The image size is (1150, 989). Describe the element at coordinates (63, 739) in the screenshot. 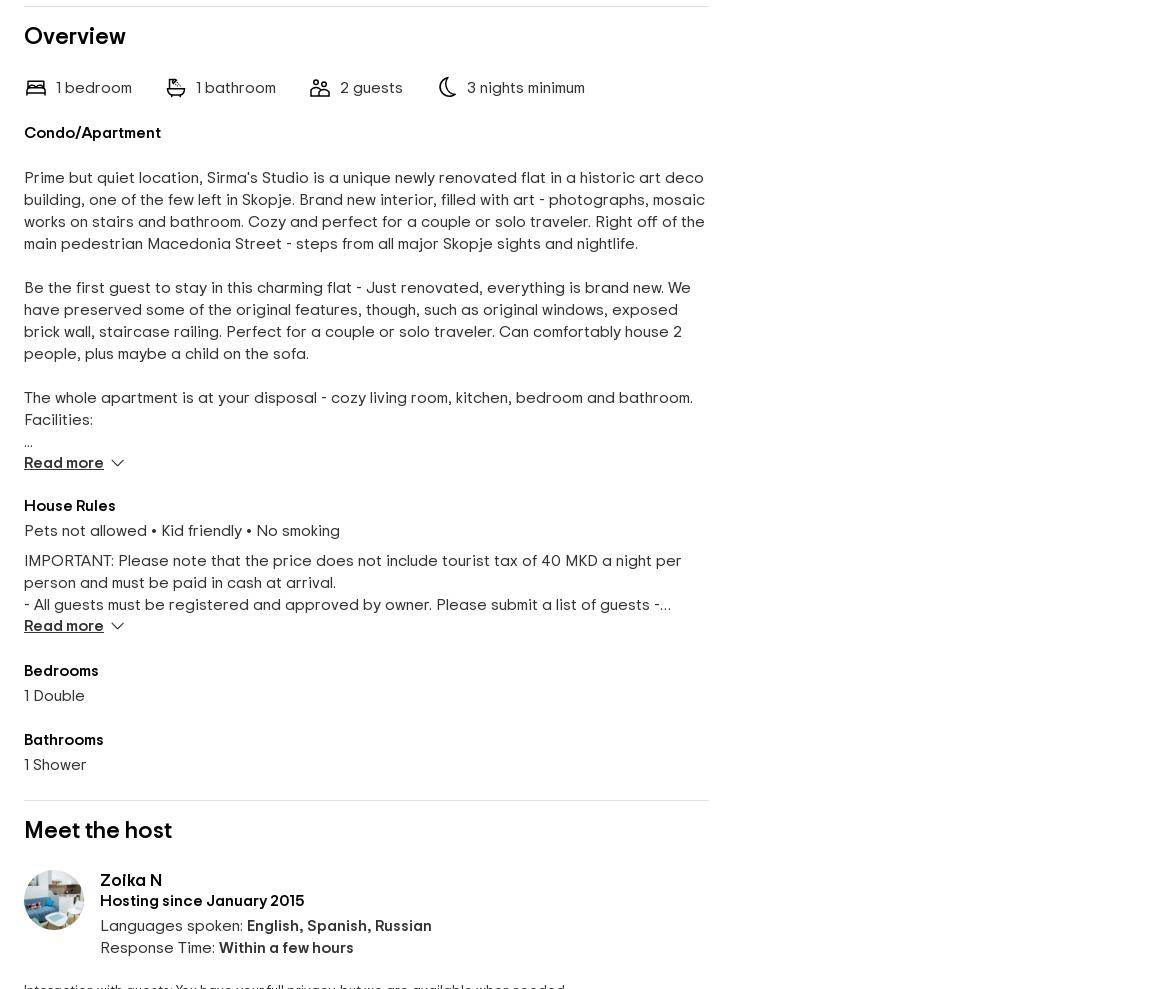

I see `'Bathrooms'` at that location.